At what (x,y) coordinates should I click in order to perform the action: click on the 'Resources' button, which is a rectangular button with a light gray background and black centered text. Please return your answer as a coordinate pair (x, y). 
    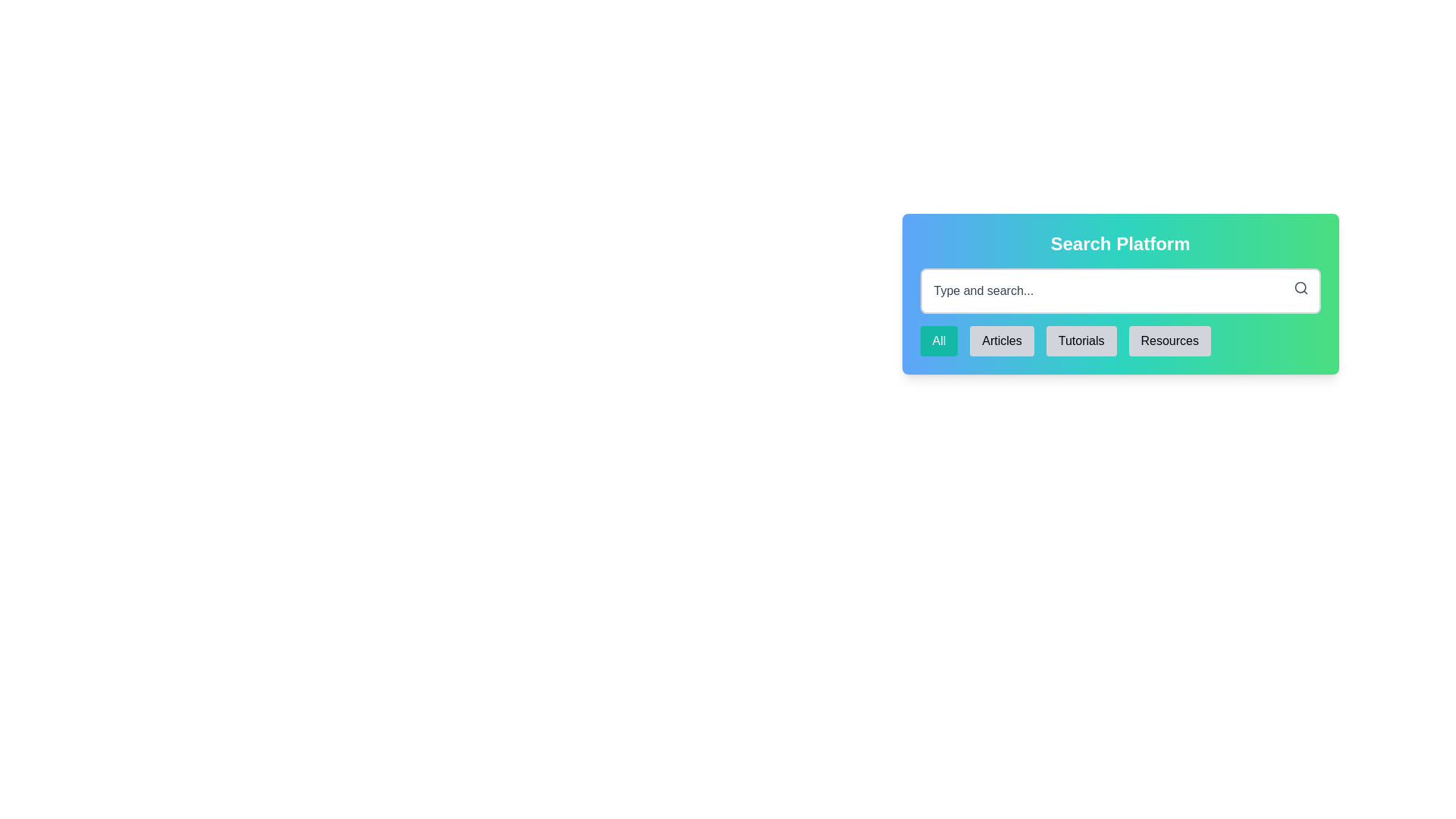
    Looking at the image, I should click on (1169, 341).